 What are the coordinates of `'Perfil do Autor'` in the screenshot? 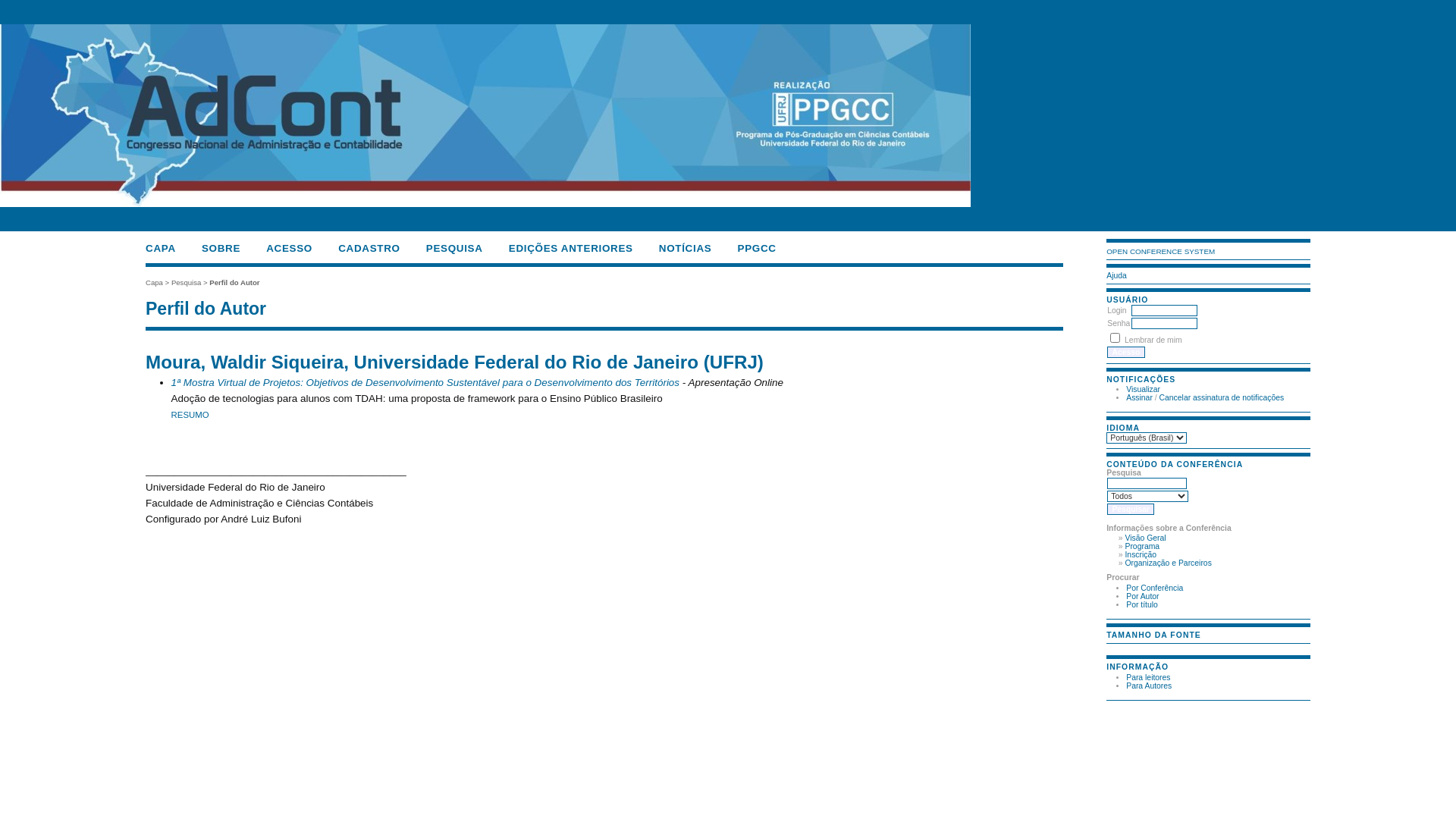 It's located at (233, 282).